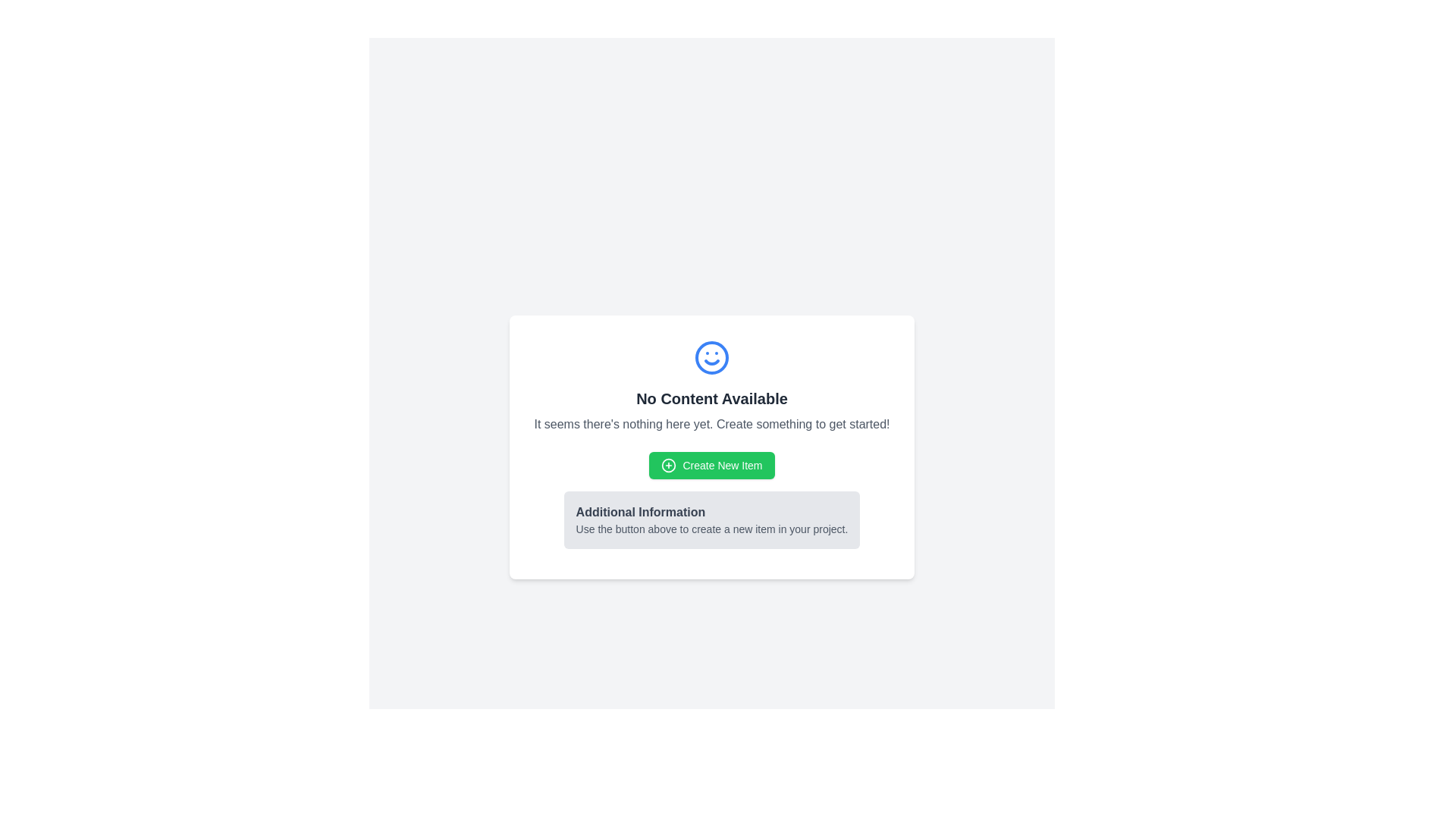  Describe the element at coordinates (711, 424) in the screenshot. I see `the Text Label that instructs users to create content, positioned below the title 'No Content Available' and above the green button labeled 'Create New Item'` at that location.